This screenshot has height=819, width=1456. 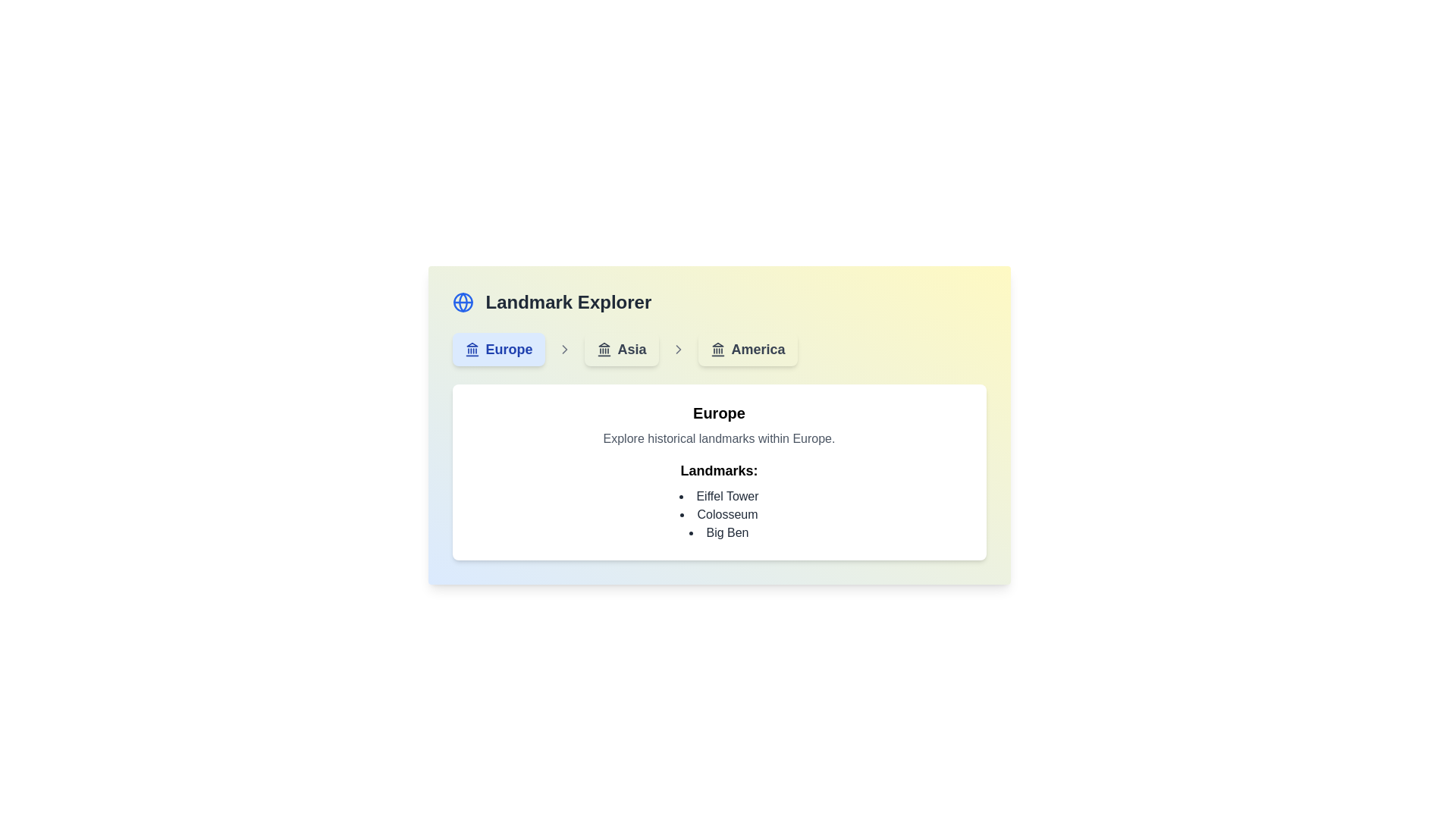 What do you see at coordinates (677, 350) in the screenshot?
I see `the right-pointing chevron navigation icon, which is positioned between the 'Europe' and 'Asia' buttons in the top-center region of the layout` at bounding box center [677, 350].